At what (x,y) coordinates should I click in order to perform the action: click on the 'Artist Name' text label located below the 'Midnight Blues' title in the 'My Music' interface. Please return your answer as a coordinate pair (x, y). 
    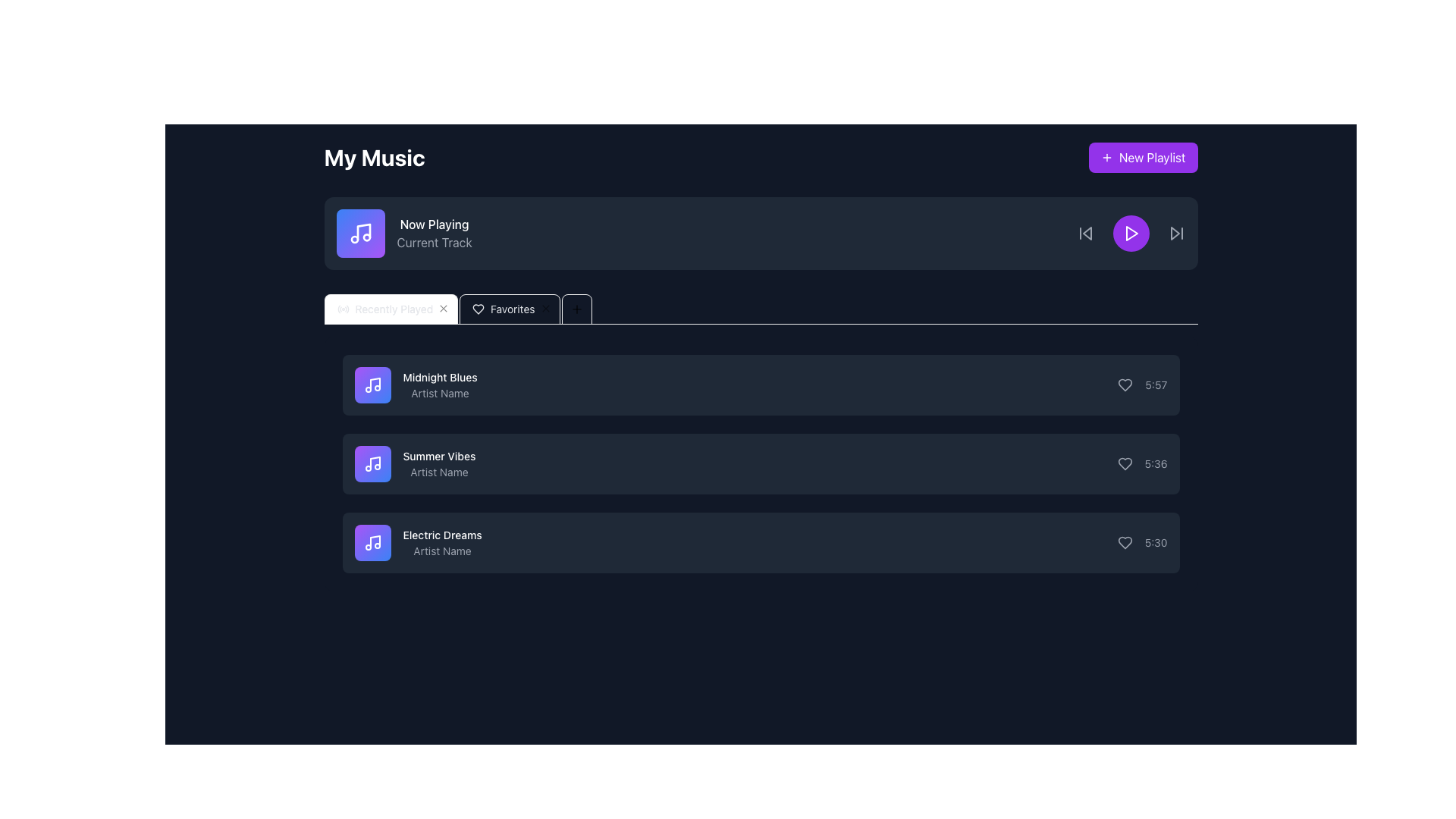
    Looking at the image, I should click on (439, 393).